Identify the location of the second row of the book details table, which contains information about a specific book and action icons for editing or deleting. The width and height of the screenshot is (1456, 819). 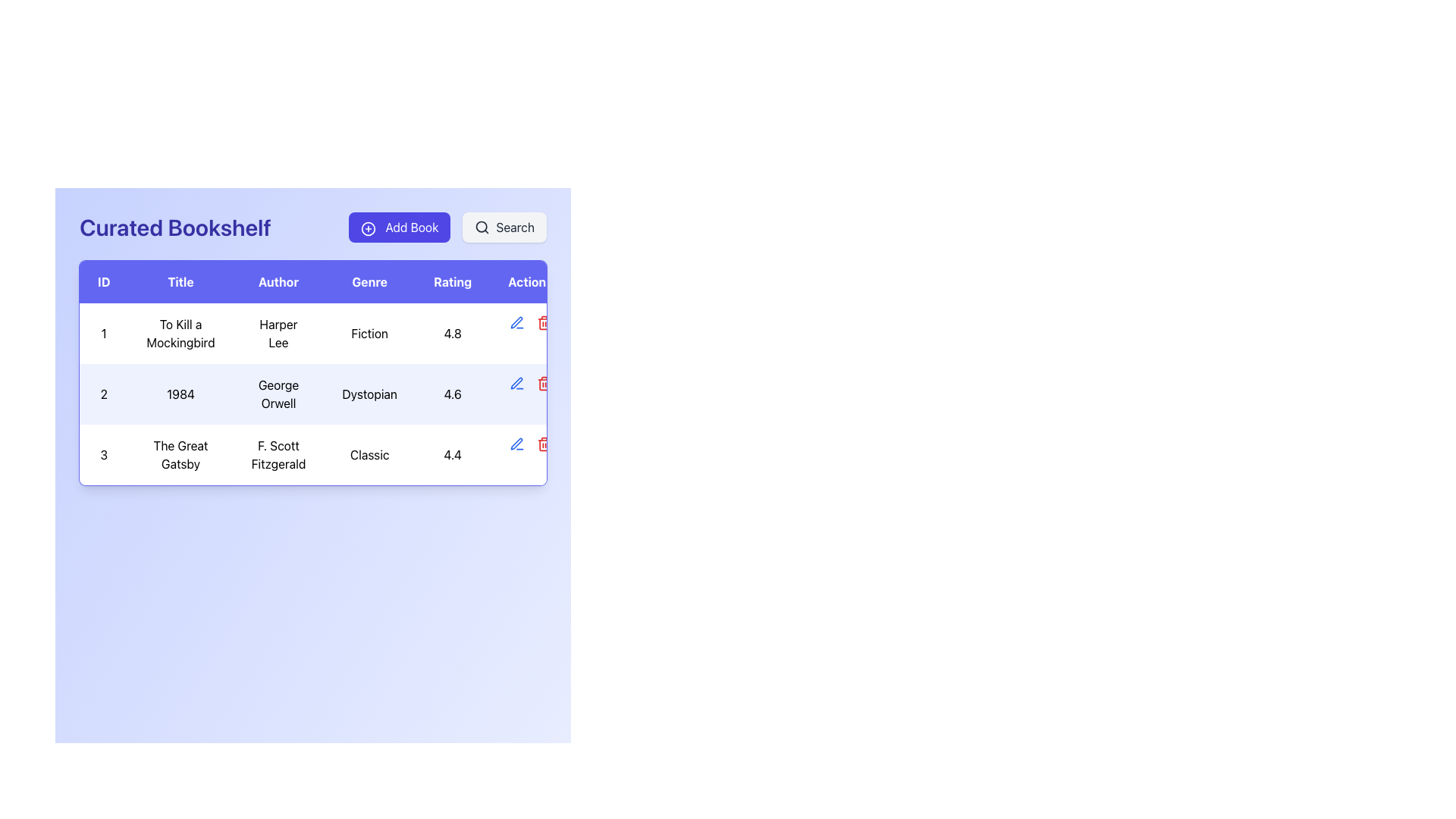
(324, 394).